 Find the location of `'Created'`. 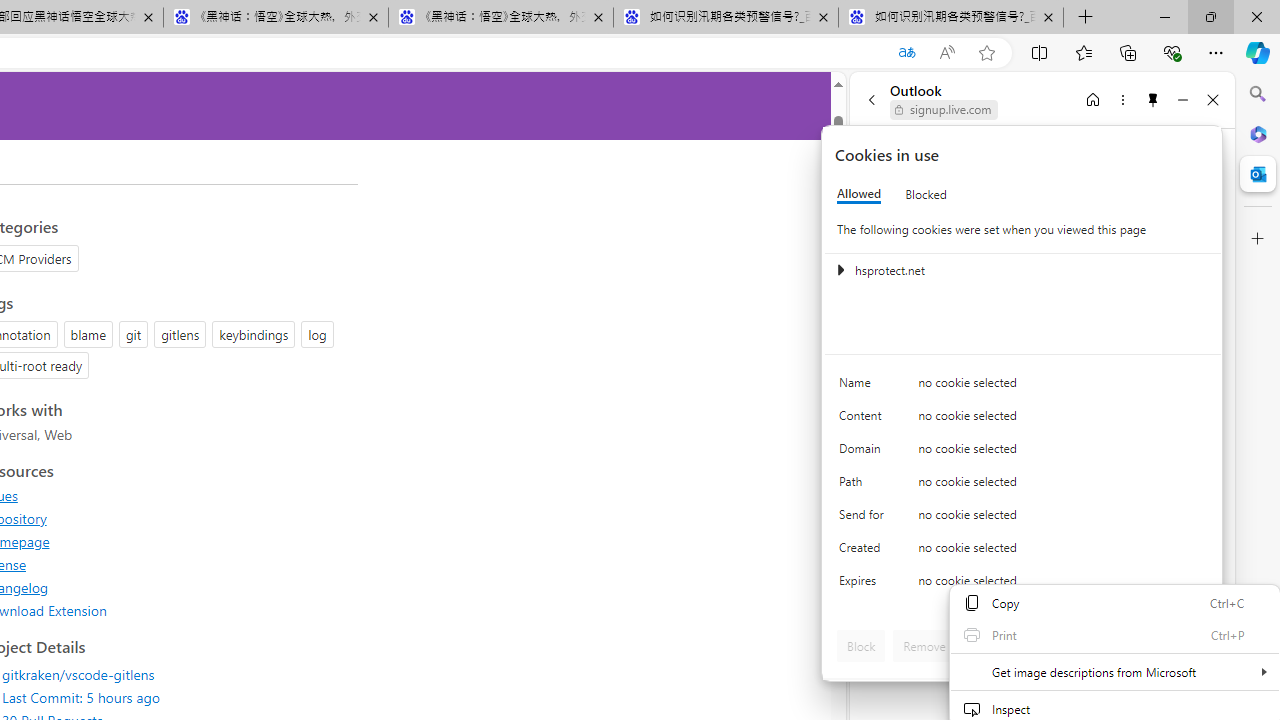

'Created' is located at coordinates (865, 552).